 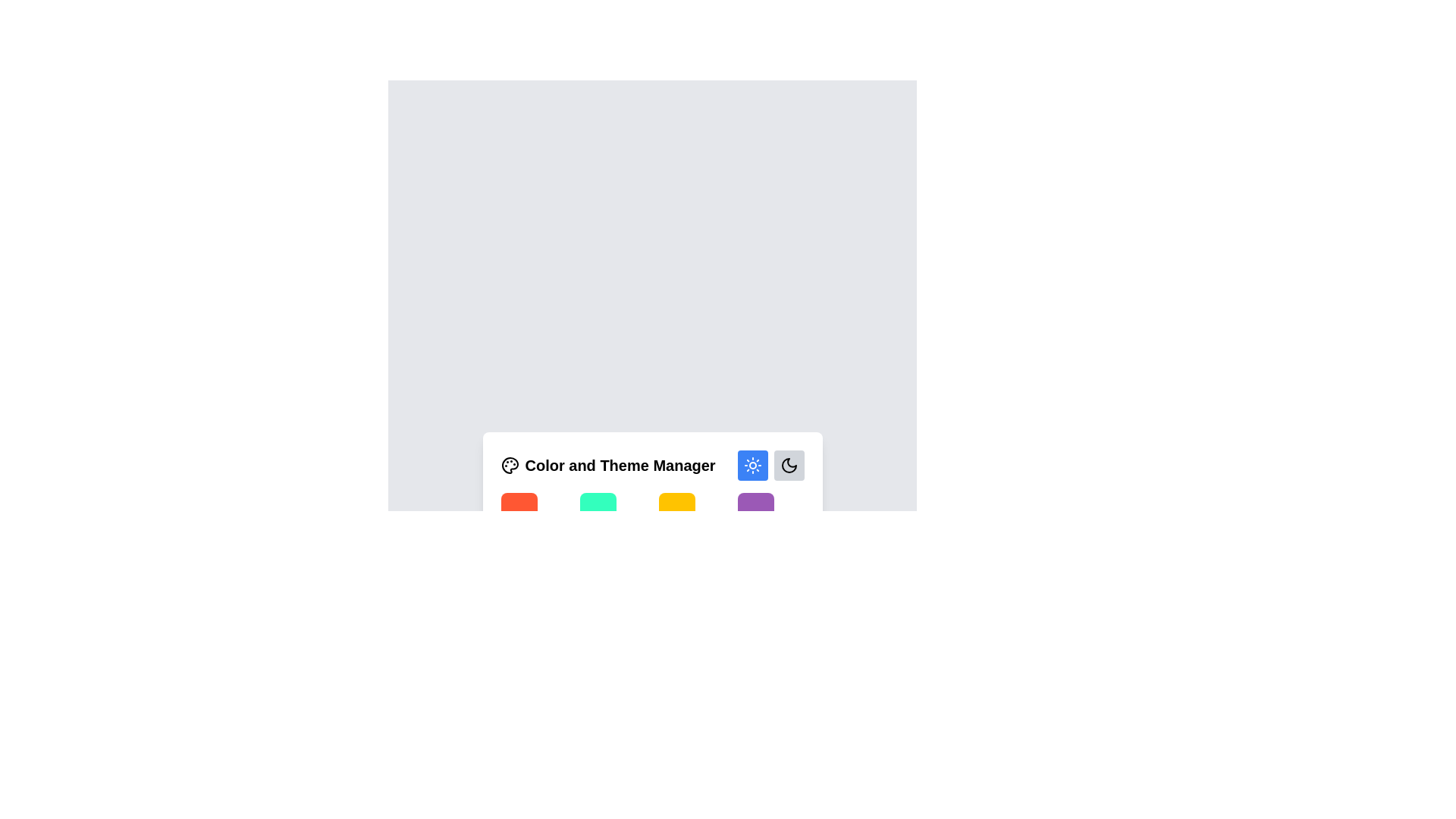 I want to click on the circular crescent moon icon, which is the third icon from the left in the group next to the 'Color and Theme Manager' label, so click(x=789, y=464).